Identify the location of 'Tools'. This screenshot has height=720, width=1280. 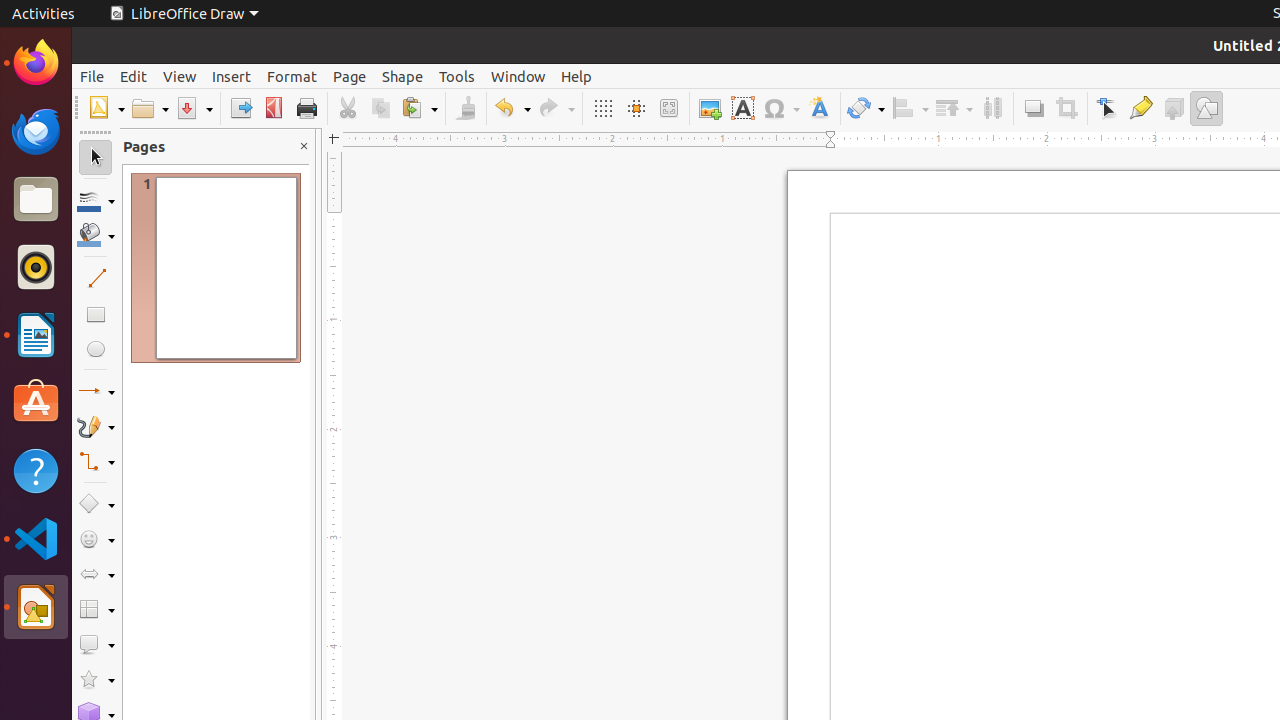
(455, 75).